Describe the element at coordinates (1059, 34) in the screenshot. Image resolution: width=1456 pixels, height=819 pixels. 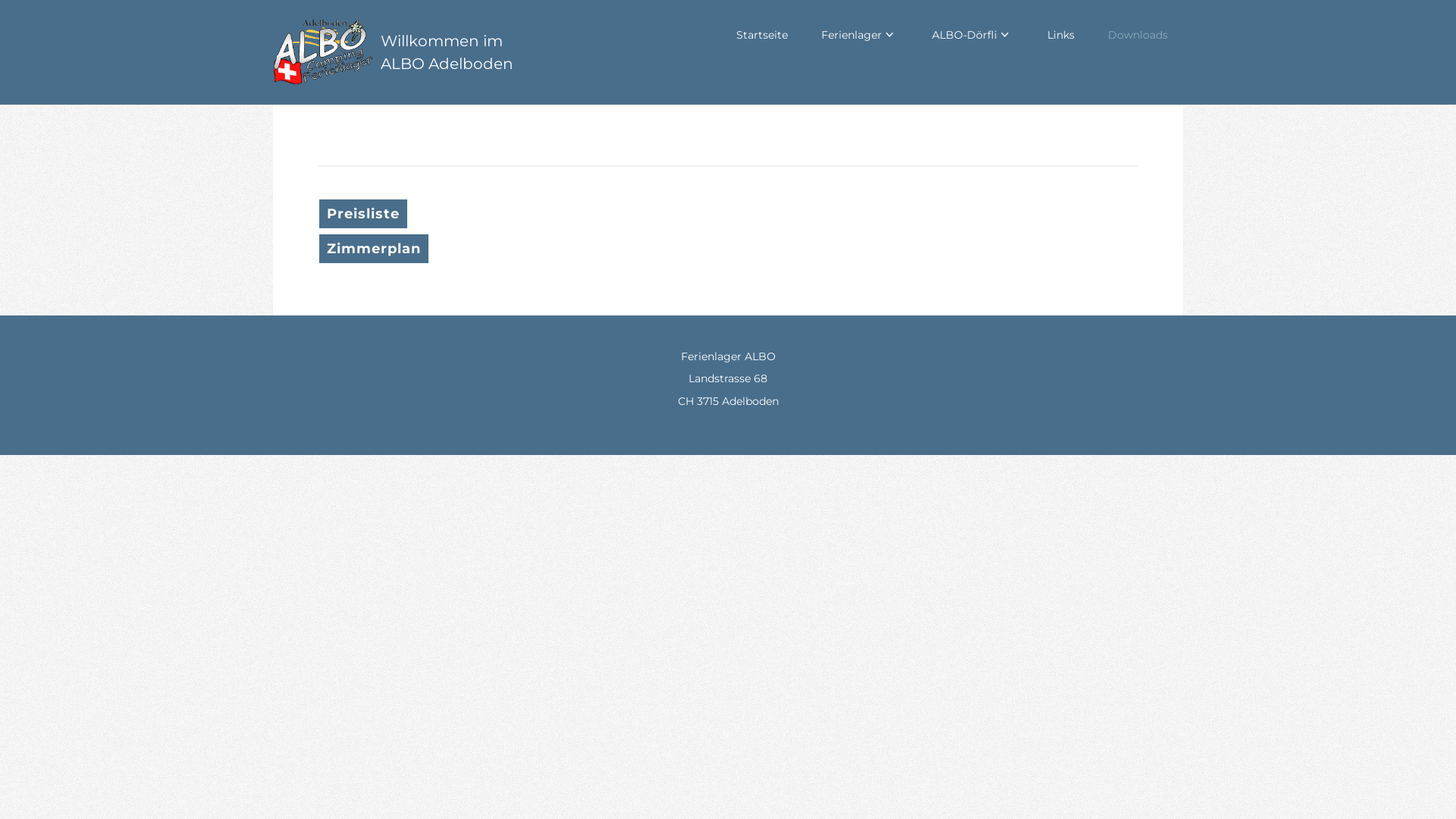
I see `'Links'` at that location.